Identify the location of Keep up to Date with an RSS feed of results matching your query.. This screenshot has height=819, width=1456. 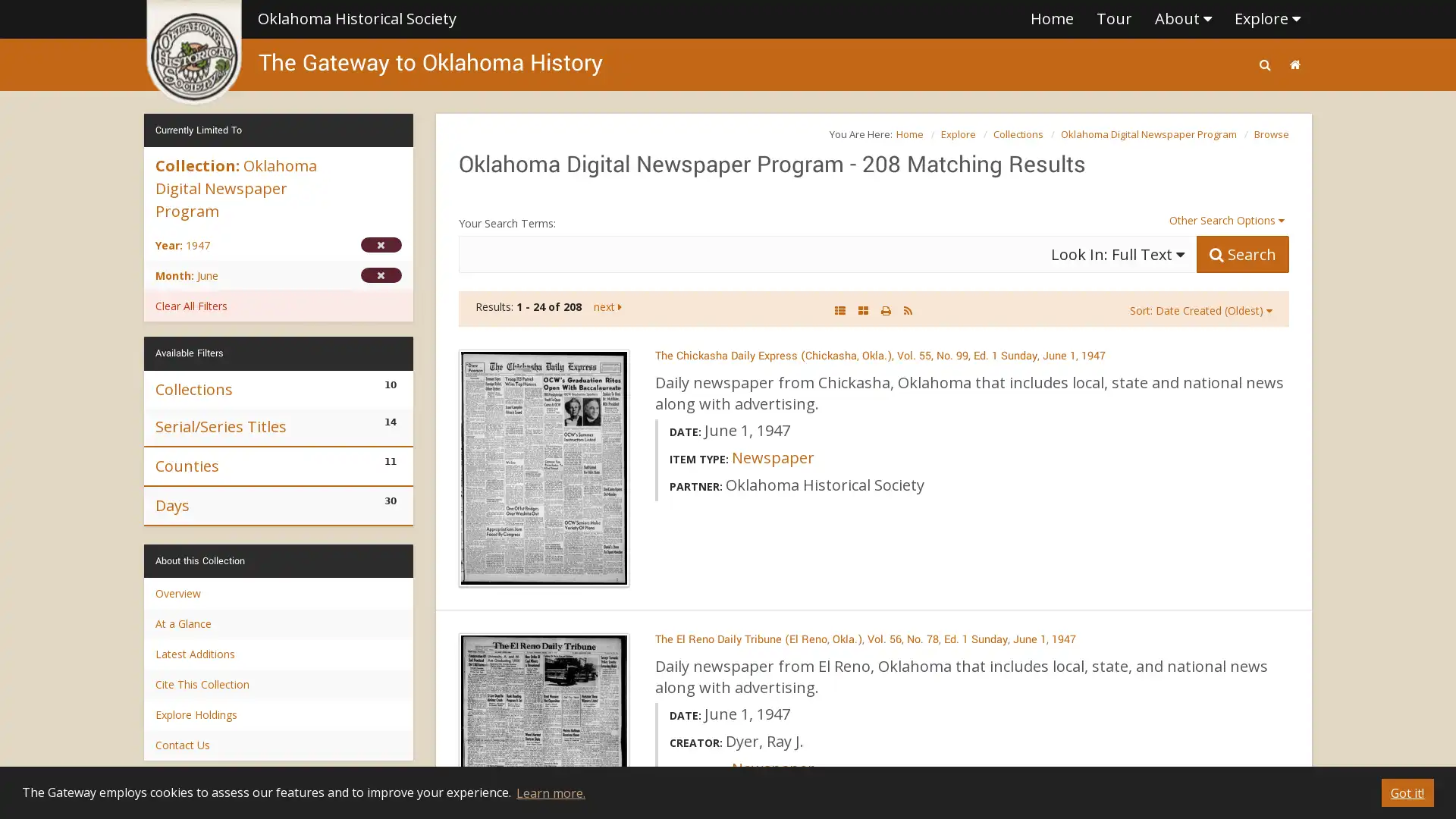
(908, 309).